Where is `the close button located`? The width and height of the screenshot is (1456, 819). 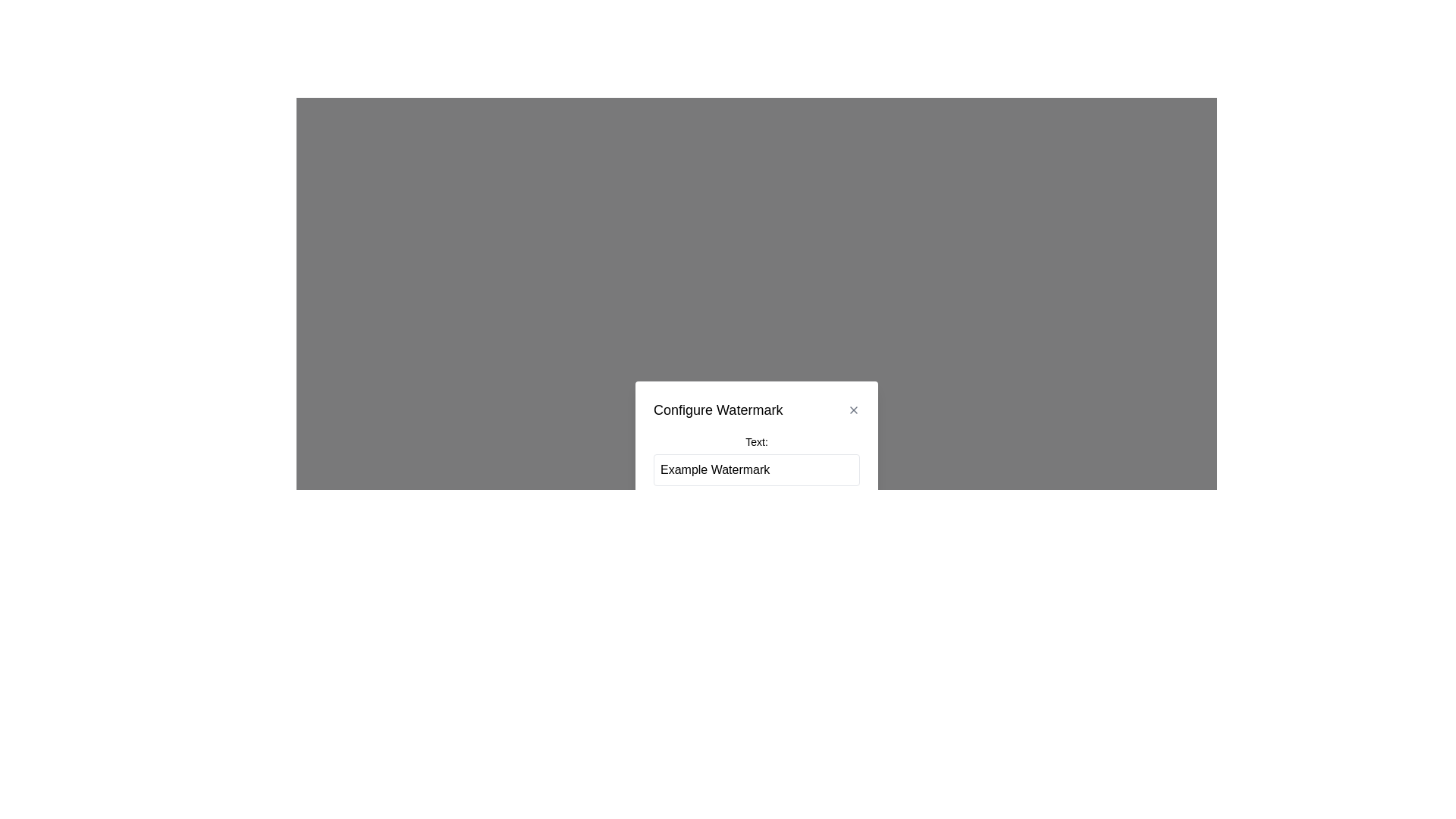 the close button located is located at coordinates (854, 409).